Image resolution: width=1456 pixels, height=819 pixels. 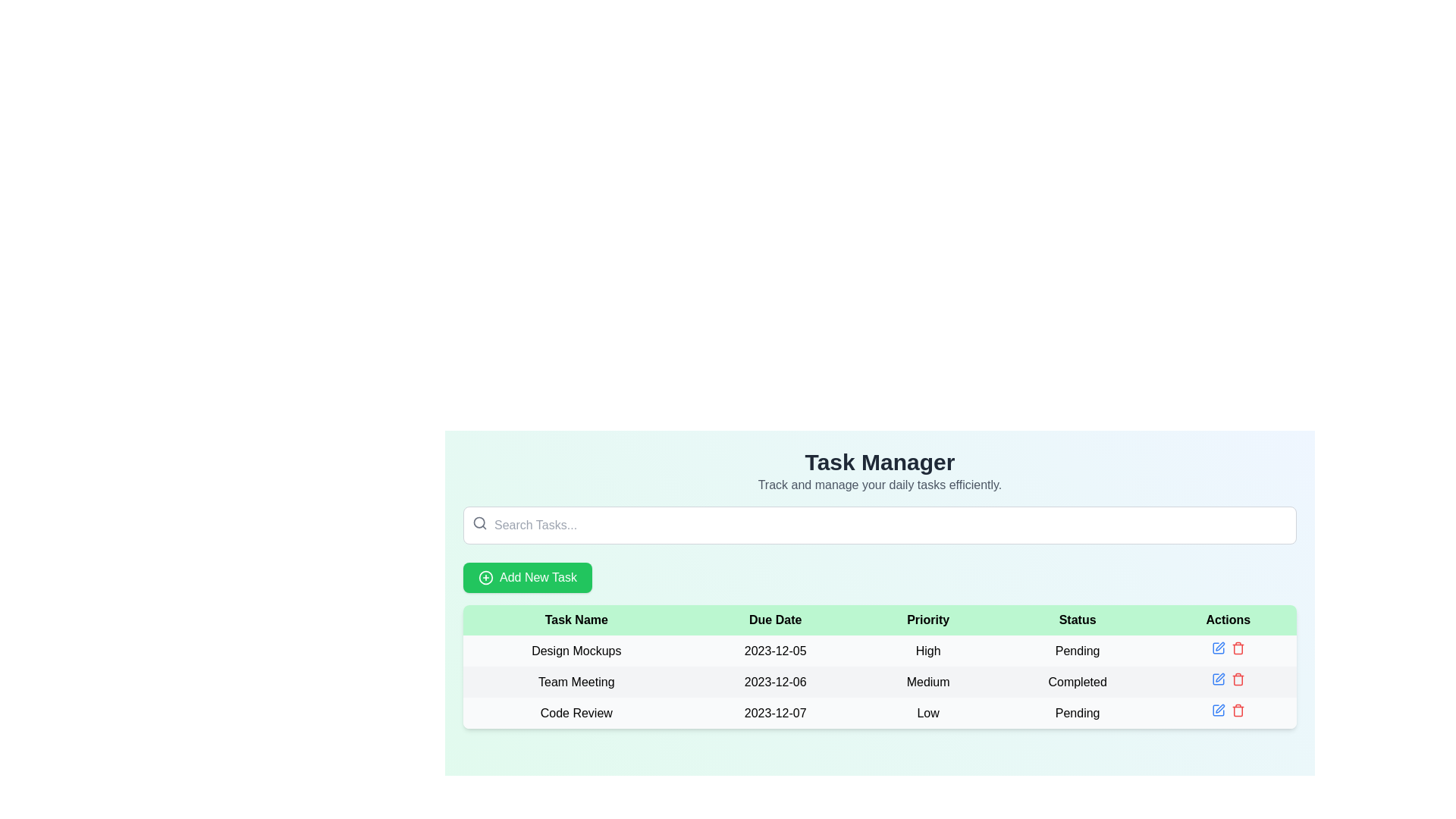 What do you see at coordinates (576, 713) in the screenshot?
I see `the text label displaying the name of the task in the 'Task Name' column for the task due on '2023-12-07', located in the third row of the tasks table` at bounding box center [576, 713].